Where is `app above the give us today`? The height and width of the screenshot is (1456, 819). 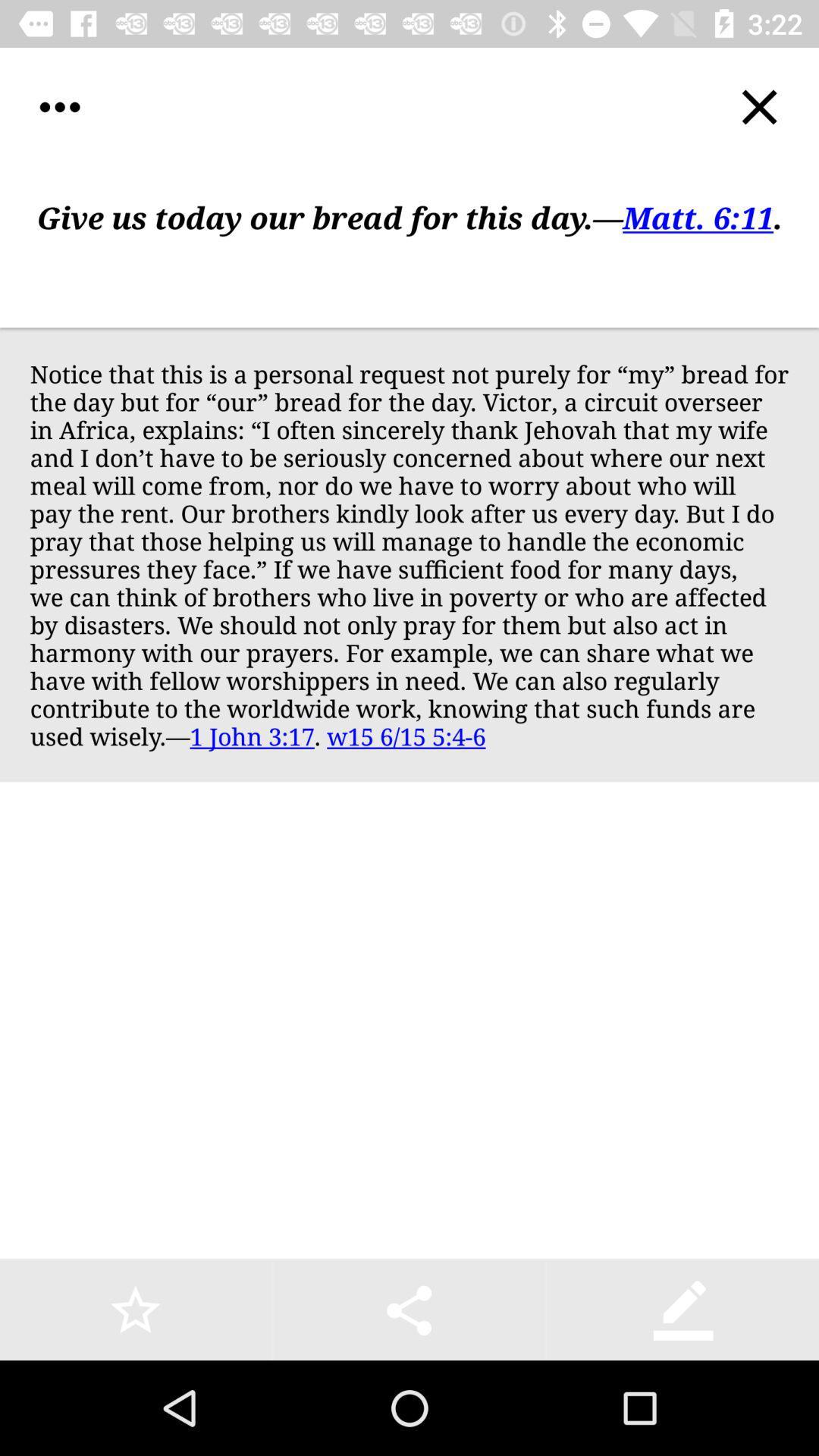 app above the give us today is located at coordinates (58, 106).